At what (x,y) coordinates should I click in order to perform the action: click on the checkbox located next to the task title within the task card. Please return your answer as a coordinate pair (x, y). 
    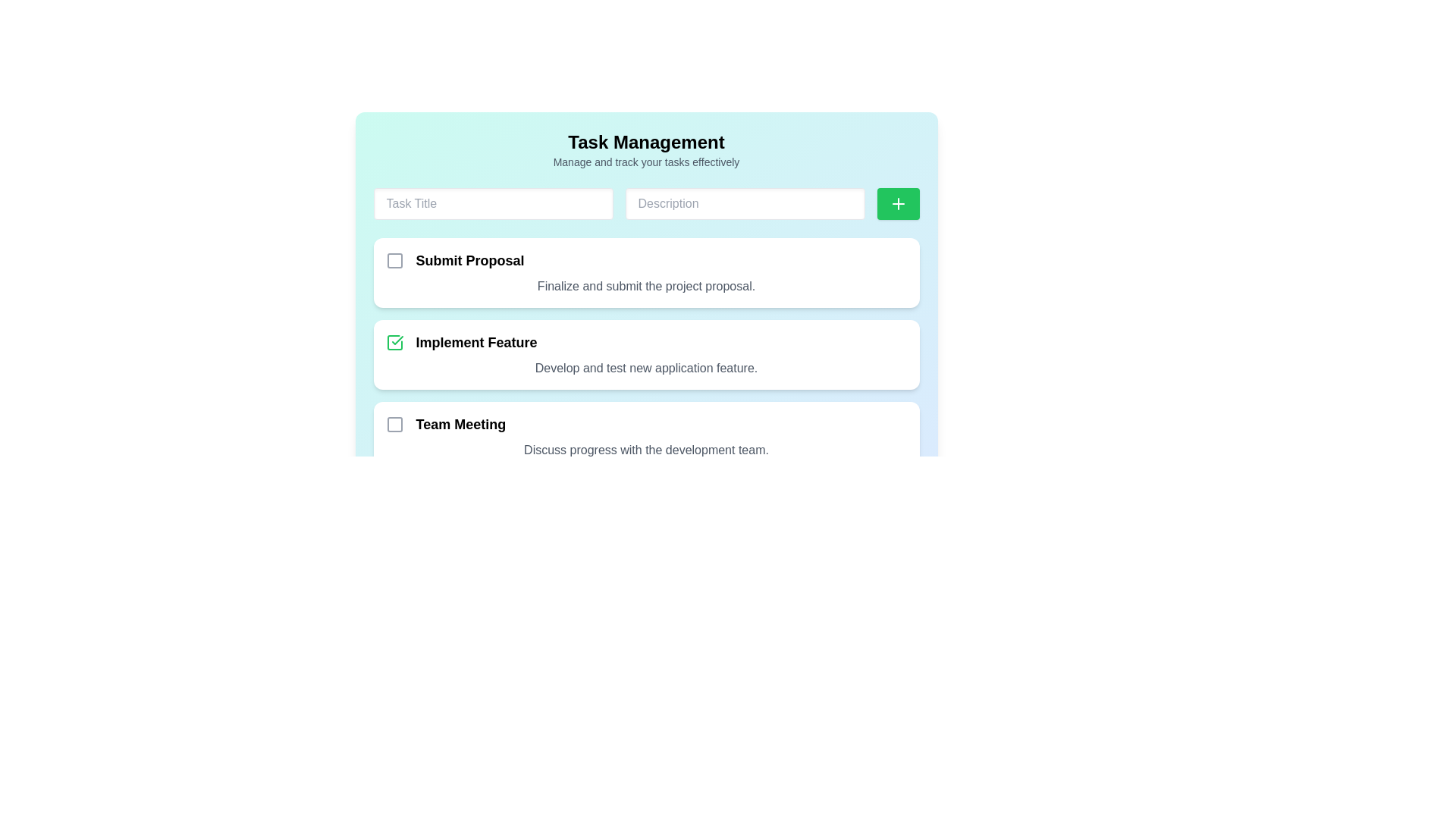
    Looking at the image, I should click on (646, 424).